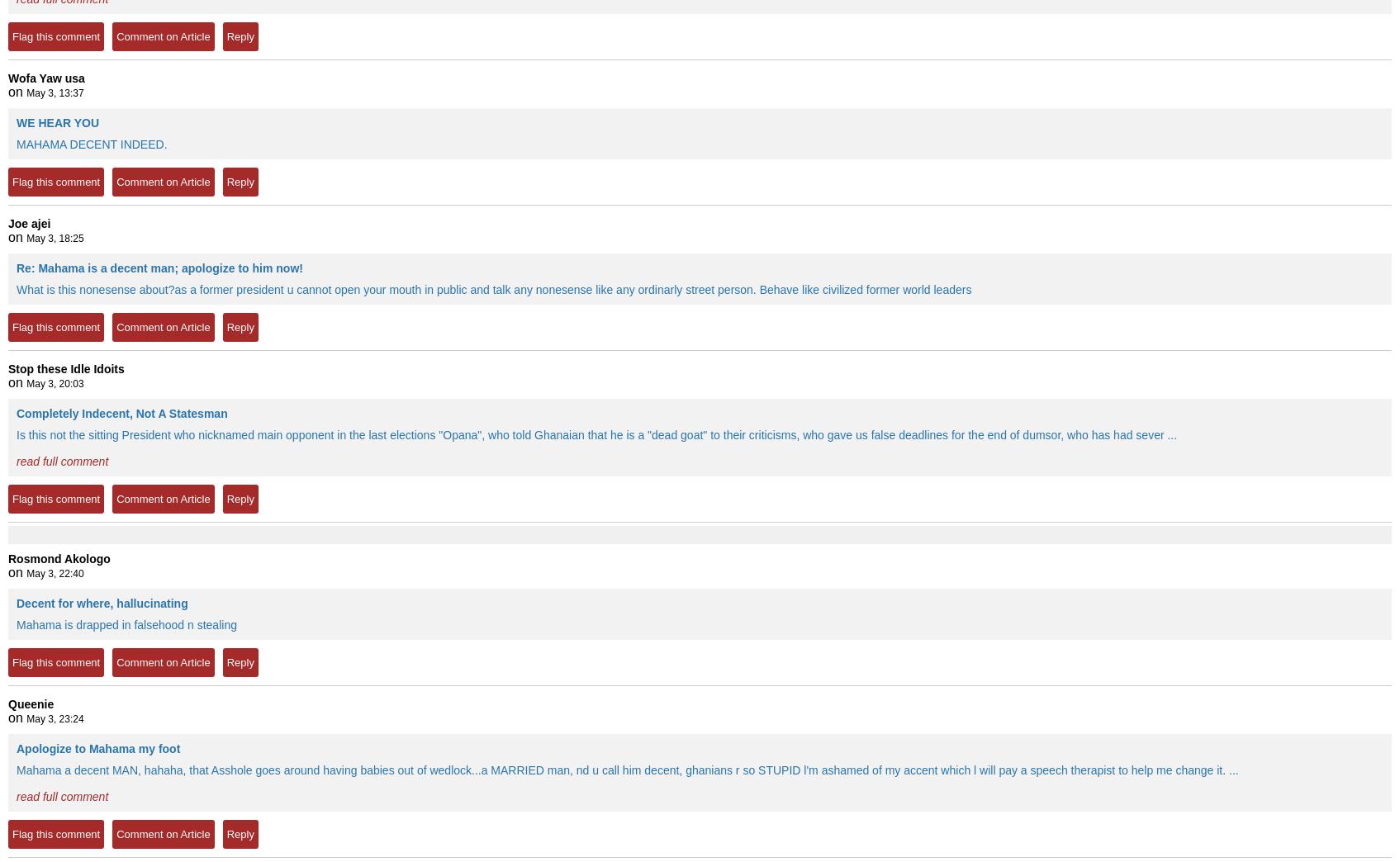  I want to click on 'What is this nonesense about?as a former president u cannot open your mouth in public and talk any nonesense like any ordinarly street person. Behave like civilized former world leaders', so click(492, 289).